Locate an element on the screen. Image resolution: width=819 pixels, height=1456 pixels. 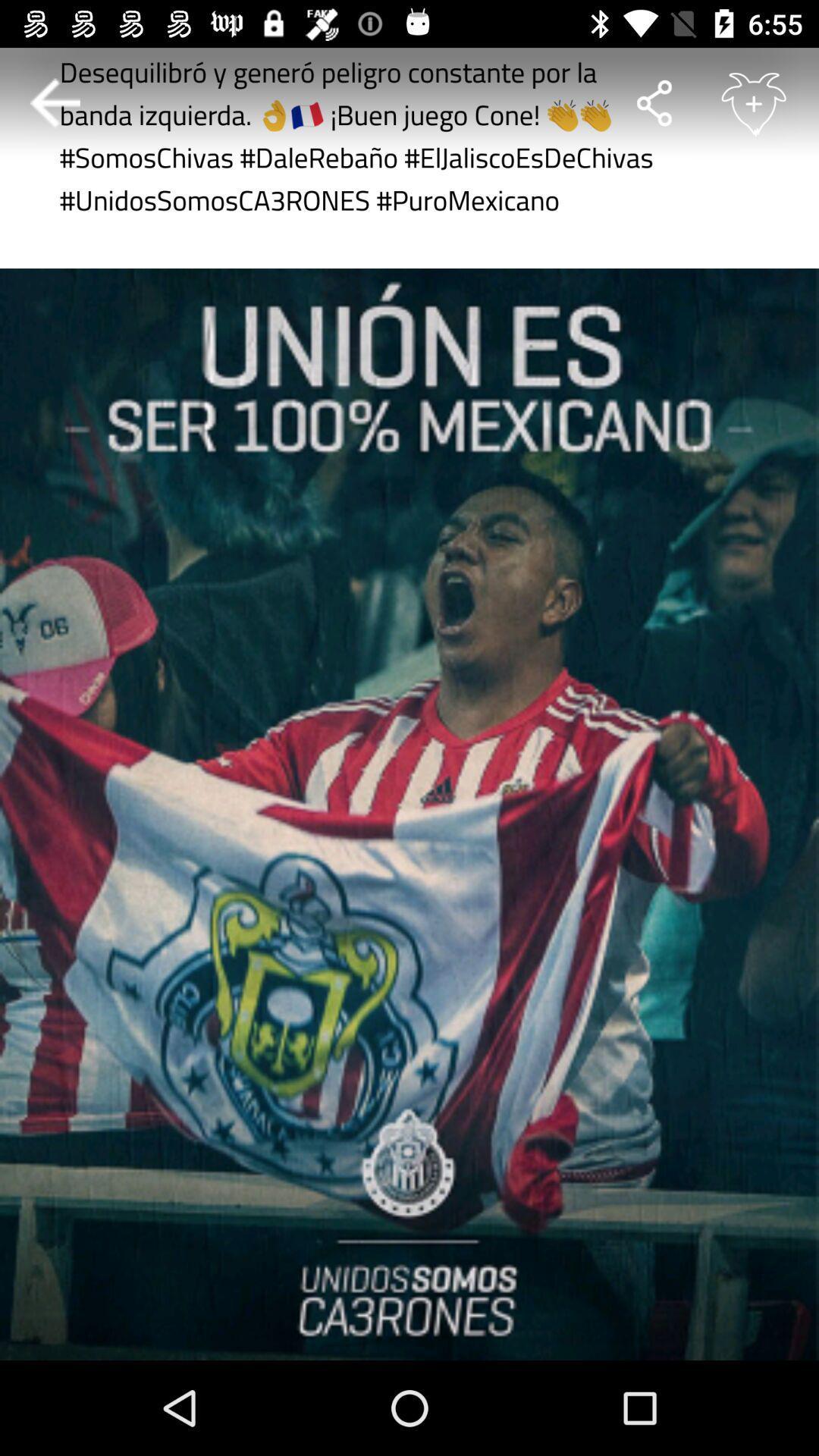
the arrow_backward icon is located at coordinates (54, 102).